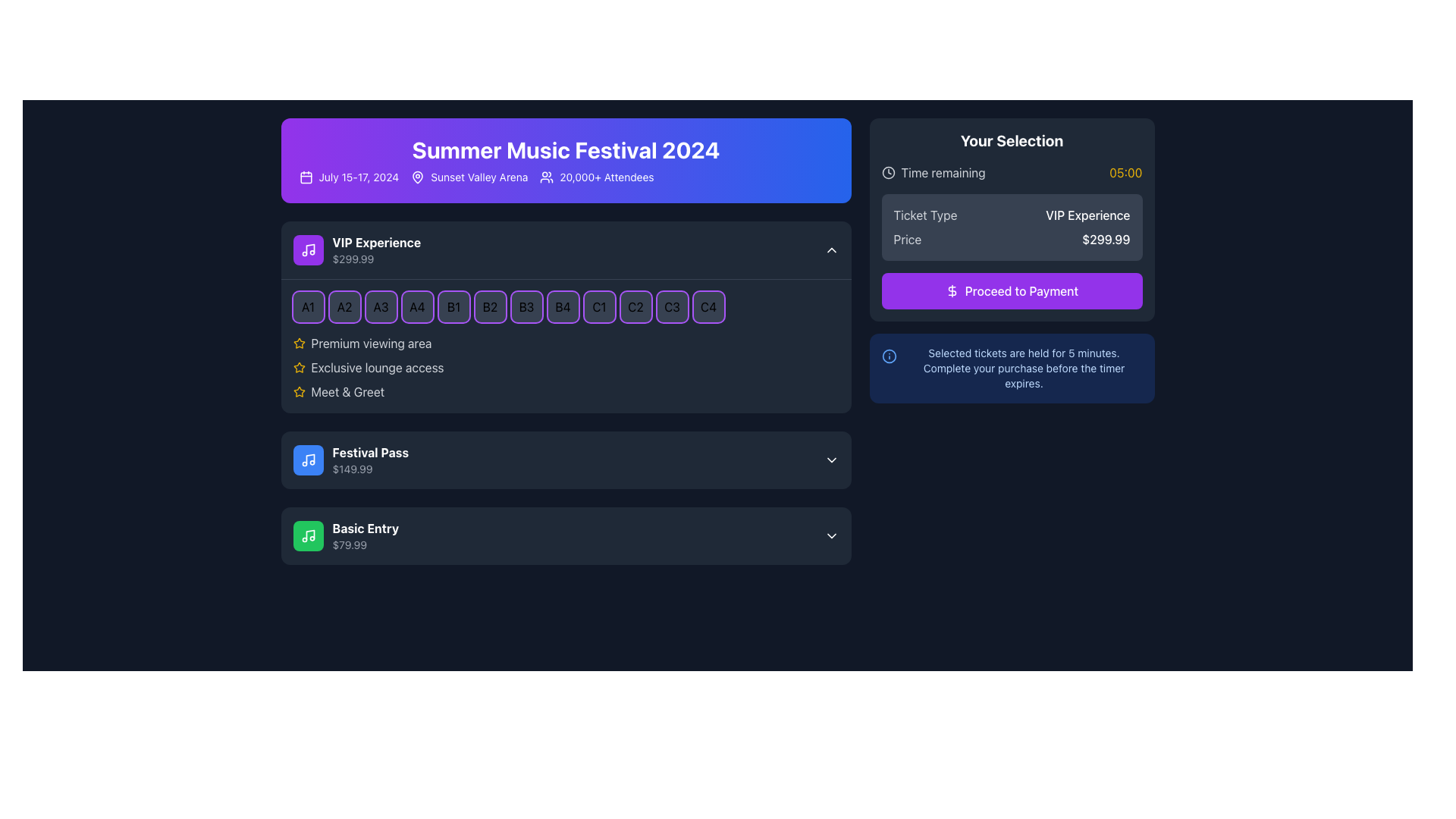 The width and height of the screenshot is (1456, 819). What do you see at coordinates (1106, 239) in the screenshot?
I see `displayed price '$299.99' on the text label located in the 'Your Selection' section, specifically to the right of the 'Price' label` at bounding box center [1106, 239].